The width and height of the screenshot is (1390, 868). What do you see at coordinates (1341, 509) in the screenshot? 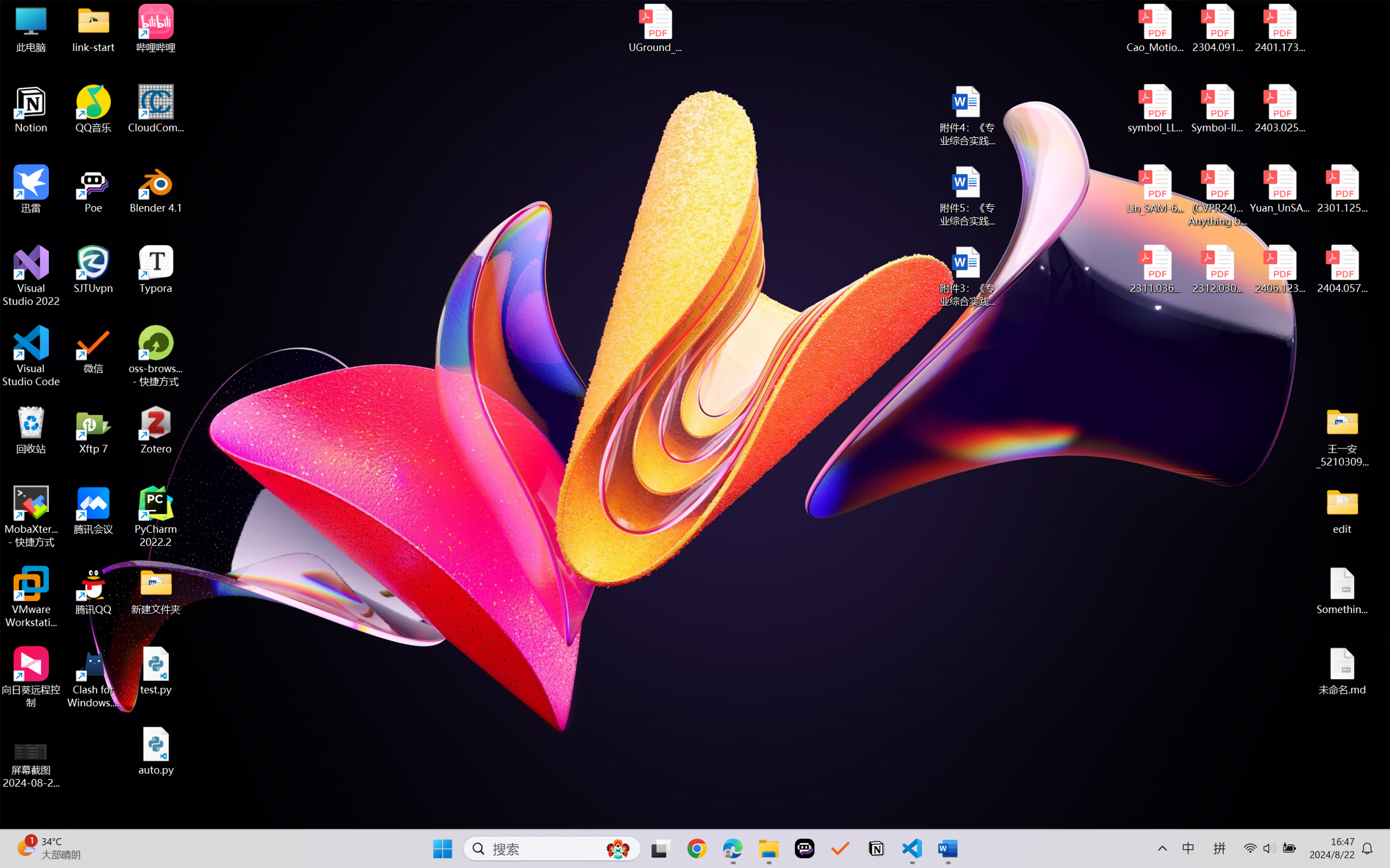
I see `'edit'` at bounding box center [1341, 509].